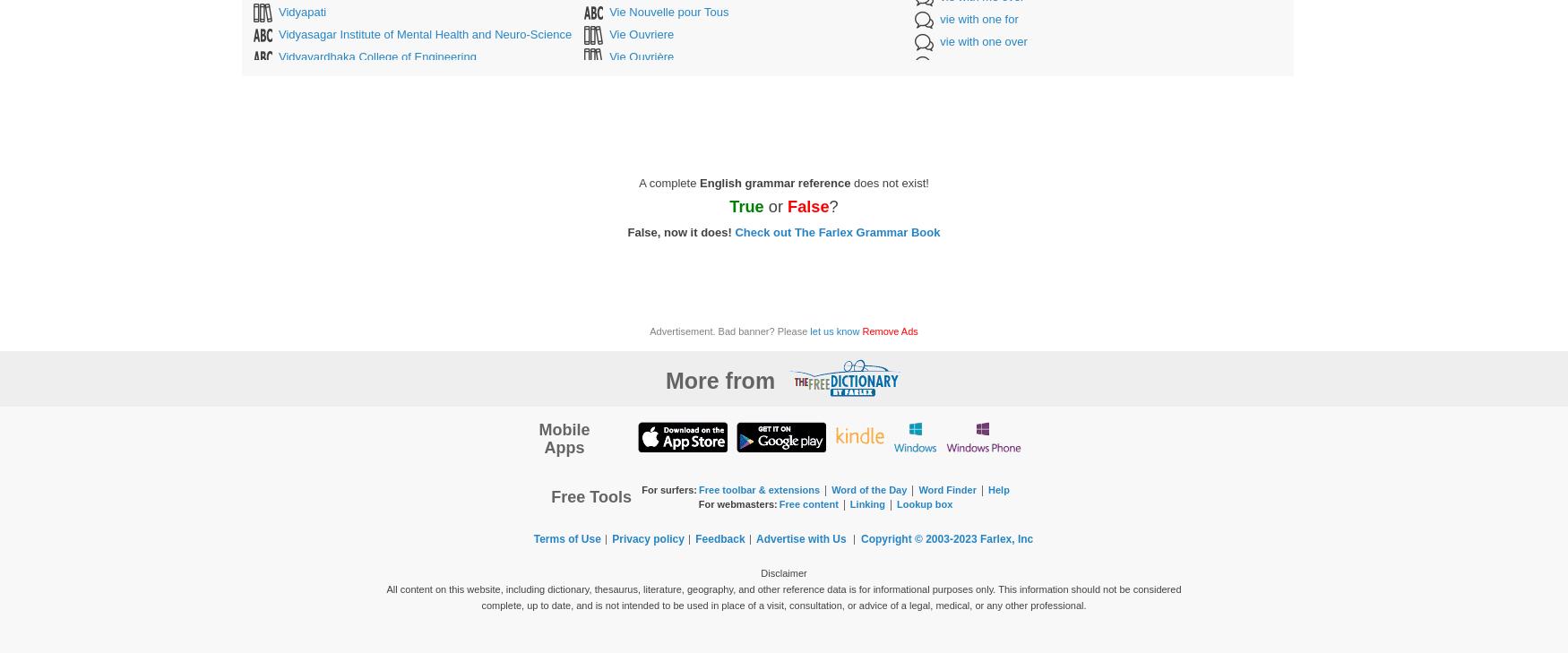 This screenshot has width=1568, height=653. Describe the element at coordinates (647, 539) in the screenshot. I see `'Privacy policy'` at that location.